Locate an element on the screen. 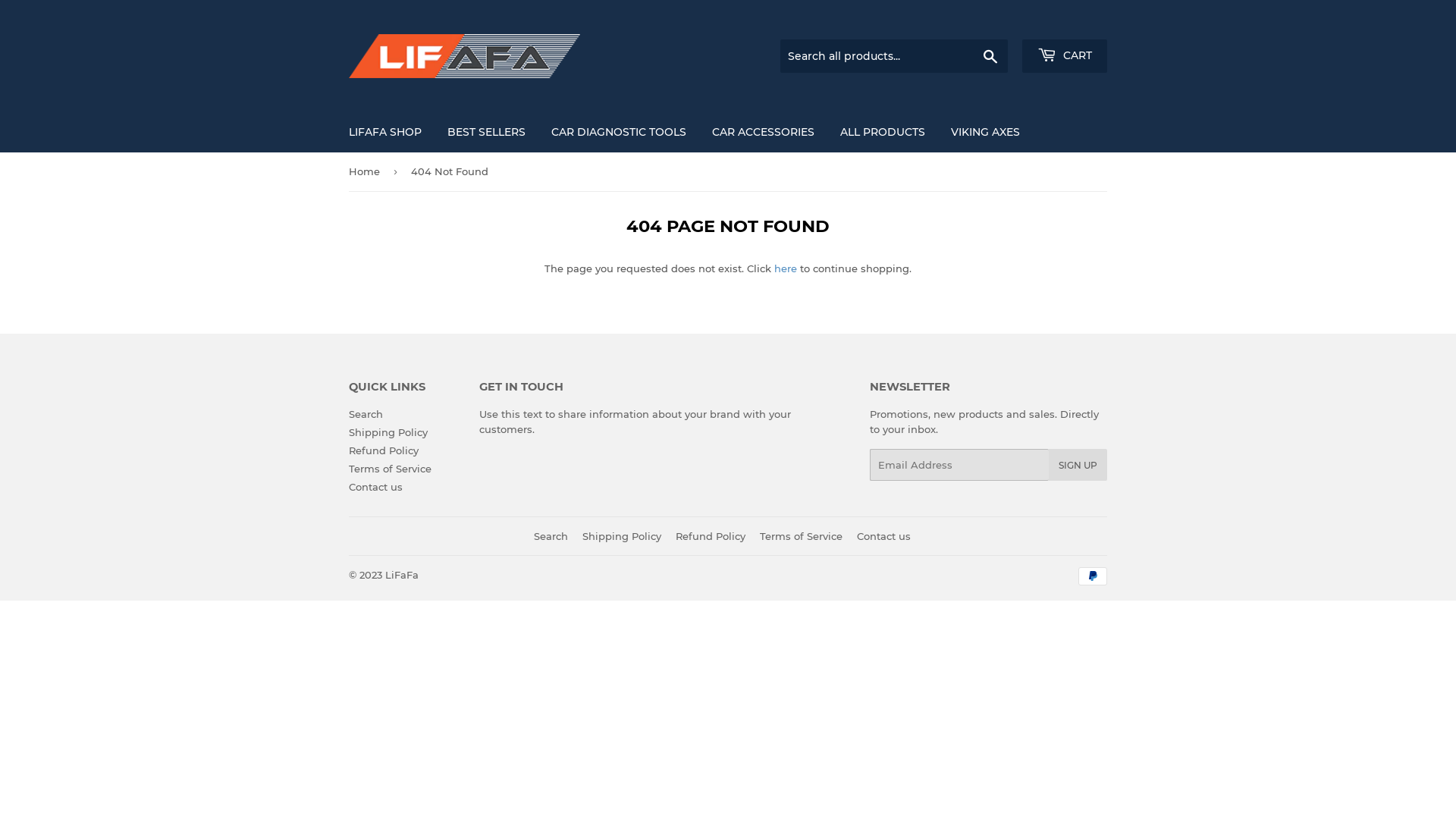  'CAR DIAGNOSTIC TOOLS' is located at coordinates (619, 130).